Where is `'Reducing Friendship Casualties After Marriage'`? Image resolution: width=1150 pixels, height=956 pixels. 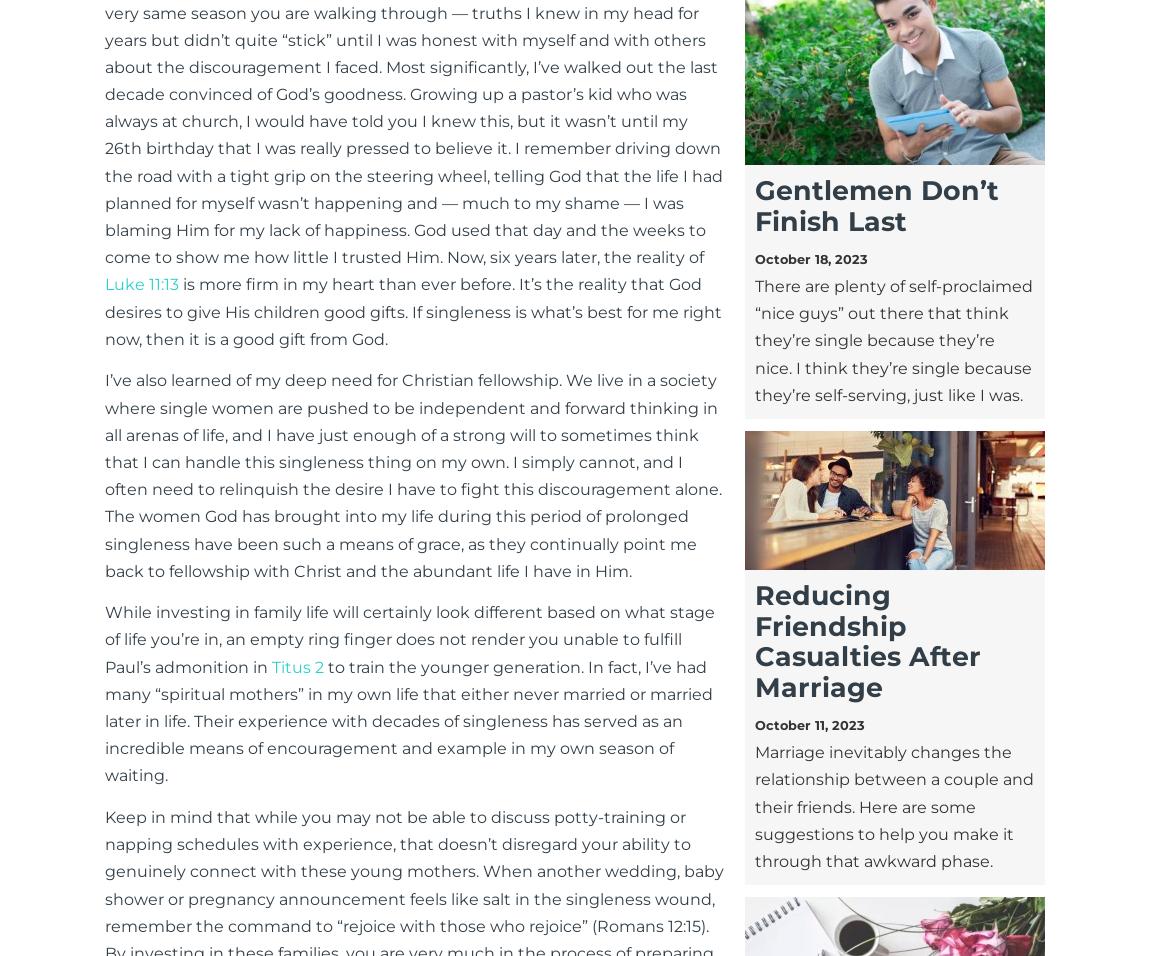
'Reducing Friendship Casualties After Marriage' is located at coordinates (866, 640).